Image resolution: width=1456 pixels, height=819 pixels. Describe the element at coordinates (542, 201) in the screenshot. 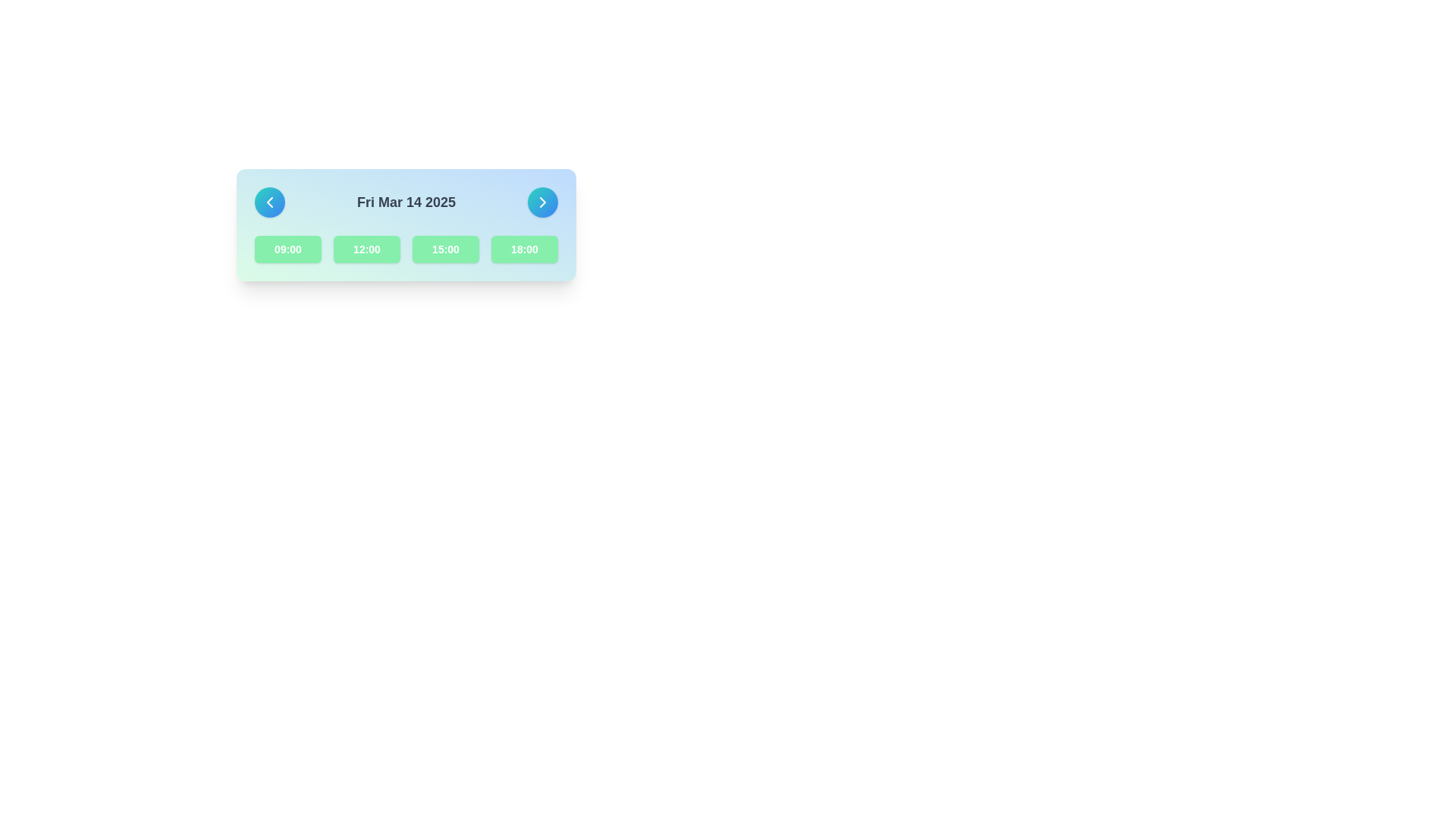

I see `the rightwards arrow icon located on the right side of the navigation component` at that location.